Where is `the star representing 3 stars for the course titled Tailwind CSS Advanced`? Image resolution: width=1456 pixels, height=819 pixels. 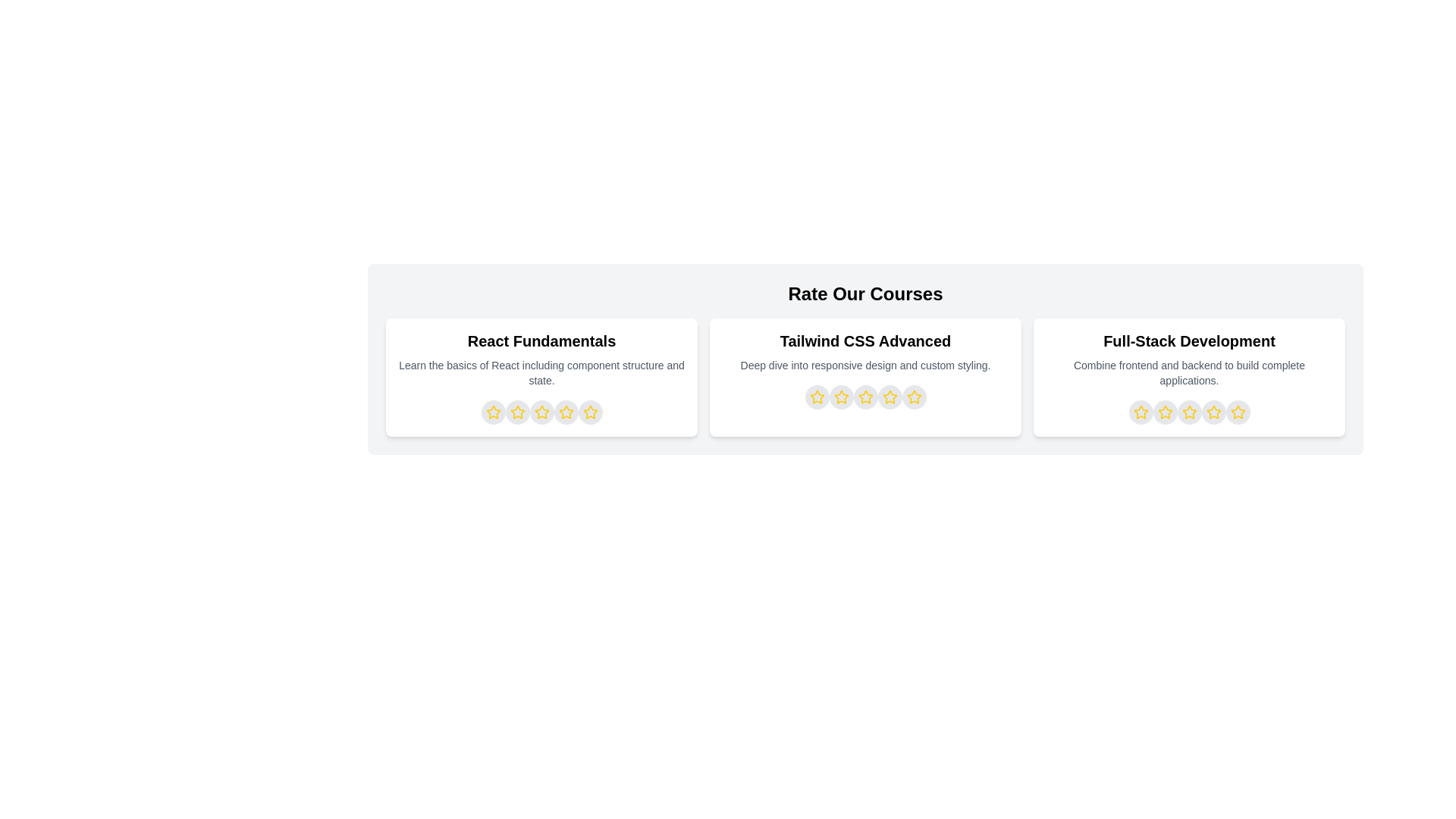 the star representing 3 stars for the course titled Tailwind CSS Advanced is located at coordinates (865, 397).